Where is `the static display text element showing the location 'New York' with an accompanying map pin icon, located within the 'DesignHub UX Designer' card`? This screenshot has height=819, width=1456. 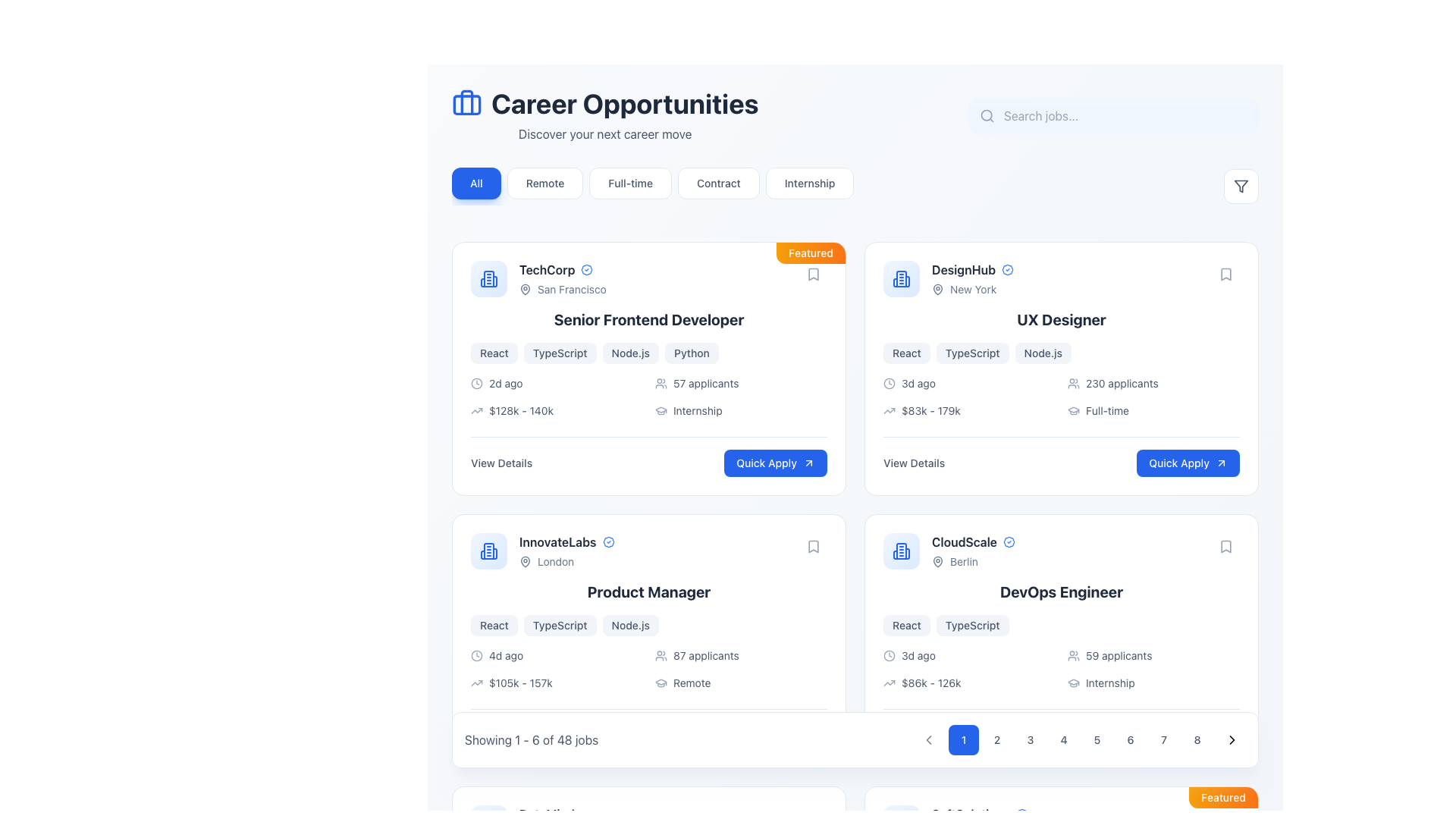 the static display text element showing the location 'New York' with an accompanying map pin icon, located within the 'DesignHub UX Designer' card is located at coordinates (972, 289).